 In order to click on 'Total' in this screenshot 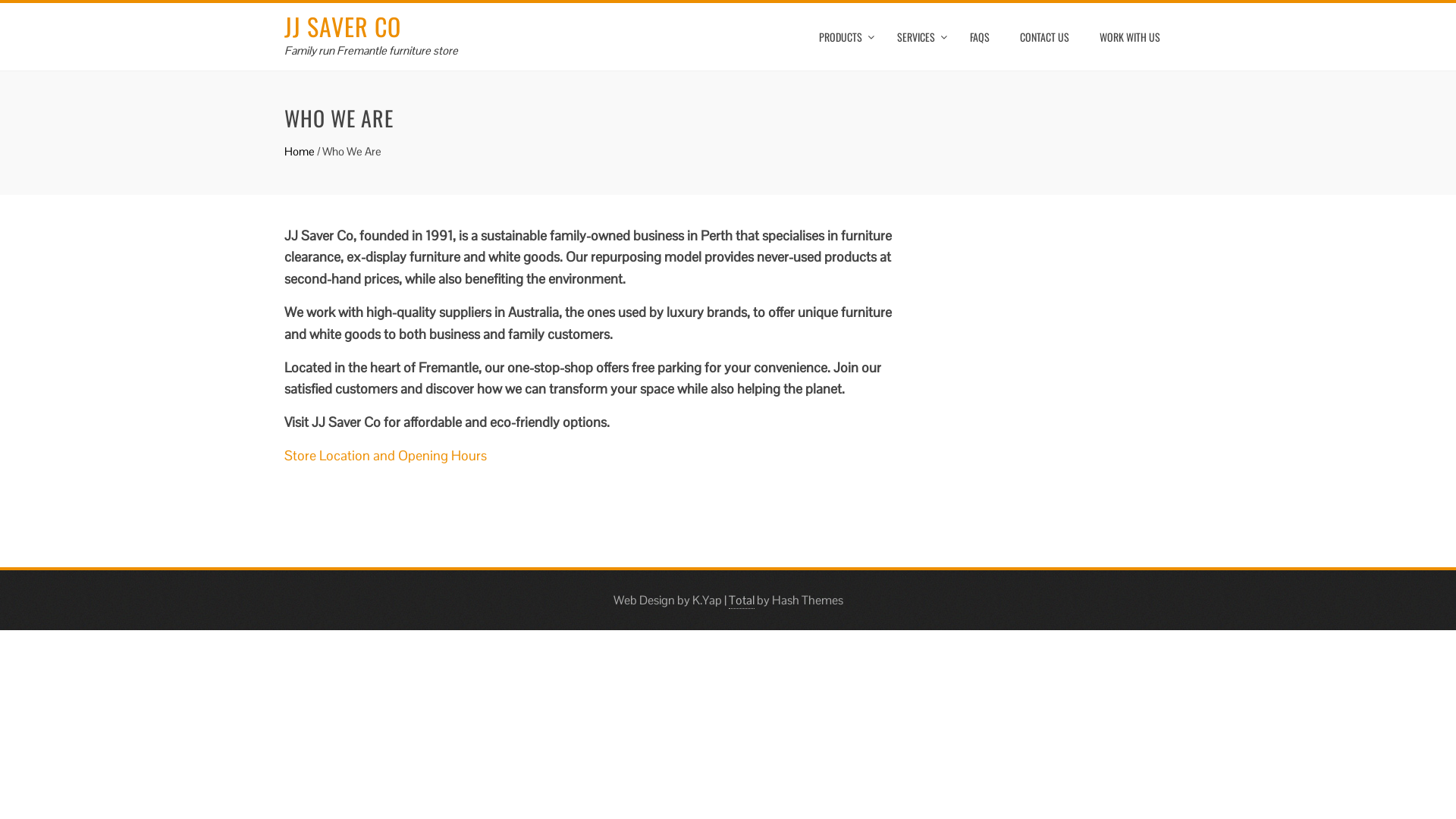, I will do `click(728, 599)`.